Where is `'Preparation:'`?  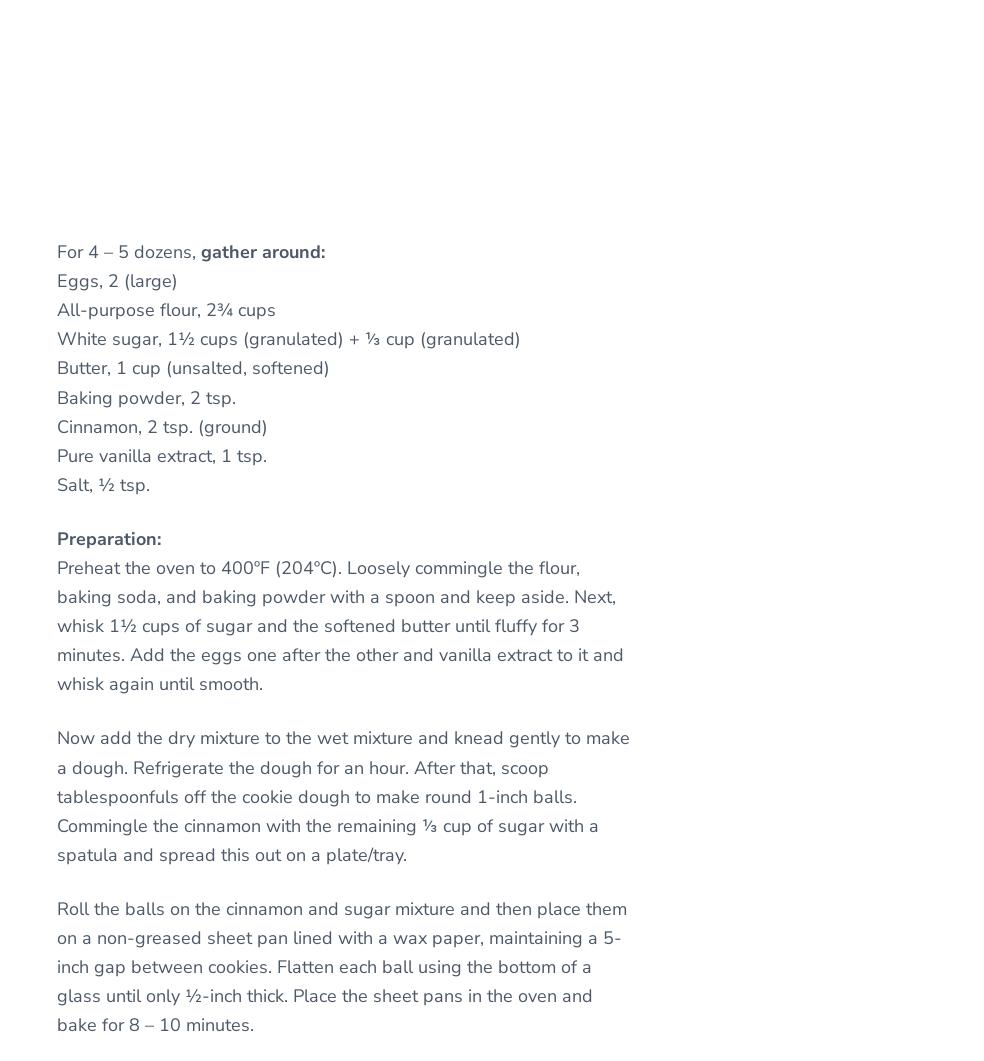 'Preparation:' is located at coordinates (108, 537).